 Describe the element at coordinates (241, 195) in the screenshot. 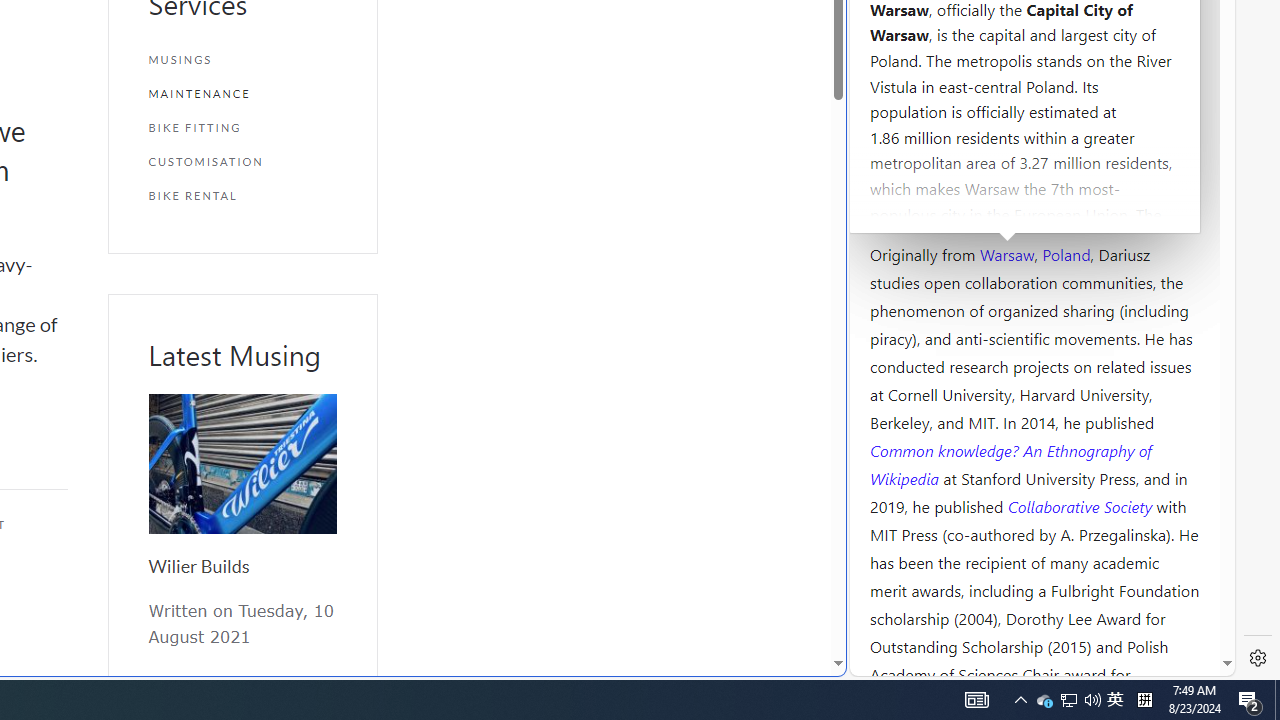

I see `'BIKE RENTAL'` at that location.